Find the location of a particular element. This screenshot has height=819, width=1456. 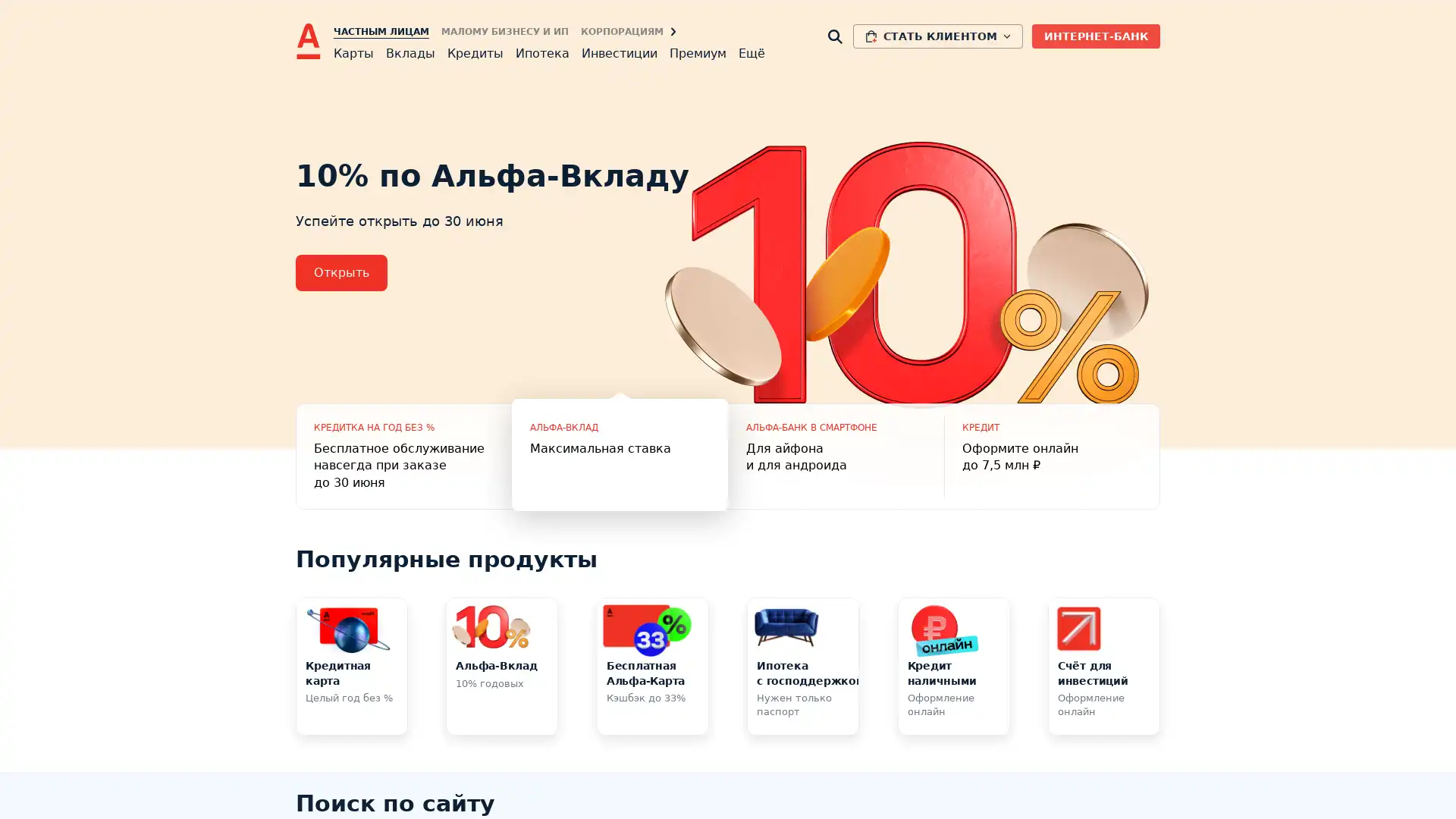

- is located at coordinates (835, 455).